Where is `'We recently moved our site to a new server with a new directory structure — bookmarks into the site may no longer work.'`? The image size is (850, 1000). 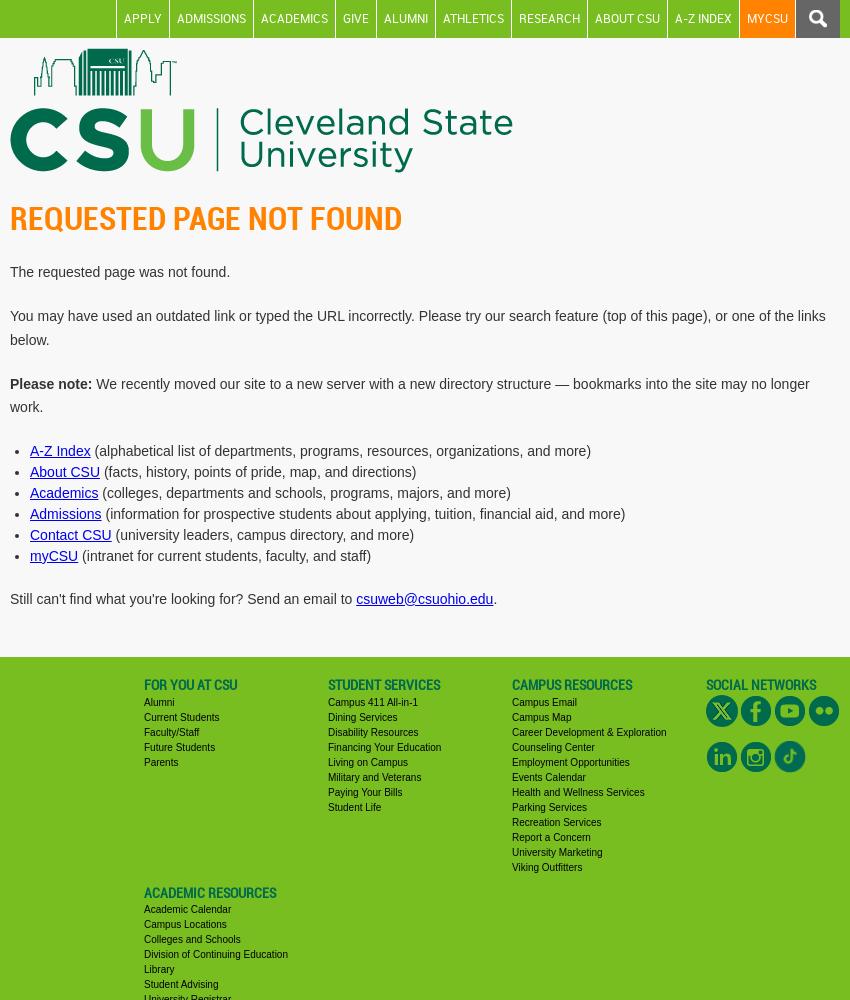
'We recently moved our site to a new server with a new directory structure — bookmarks into the site may no longer work.' is located at coordinates (409, 395).